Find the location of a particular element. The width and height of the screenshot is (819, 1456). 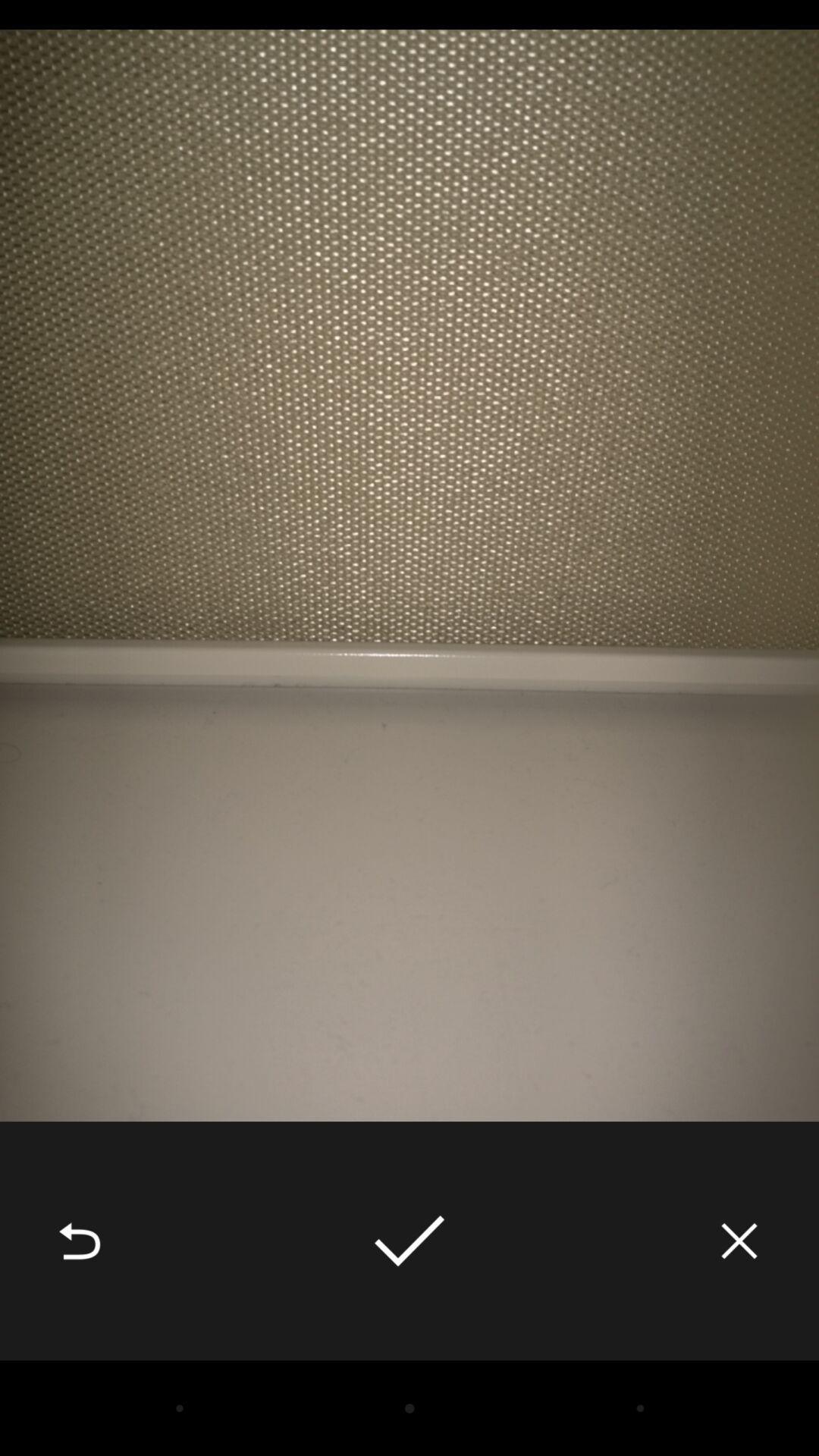

item at the bottom right corner is located at coordinates (739, 1241).